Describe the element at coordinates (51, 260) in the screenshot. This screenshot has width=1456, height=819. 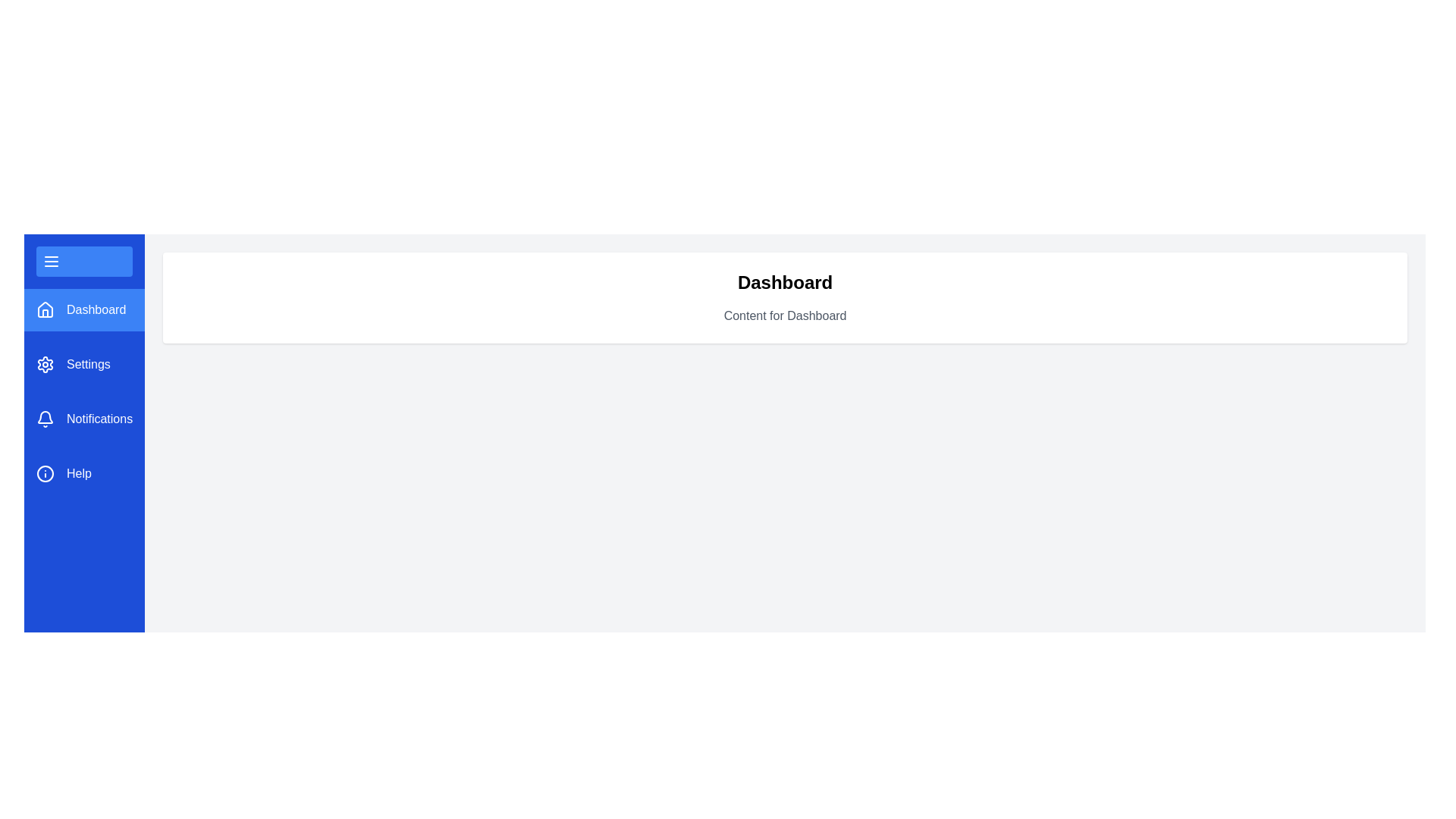
I see `the menu icon represented by three horizontal white lines on a blue background located at the top-left corner of the blue sidebar` at that location.